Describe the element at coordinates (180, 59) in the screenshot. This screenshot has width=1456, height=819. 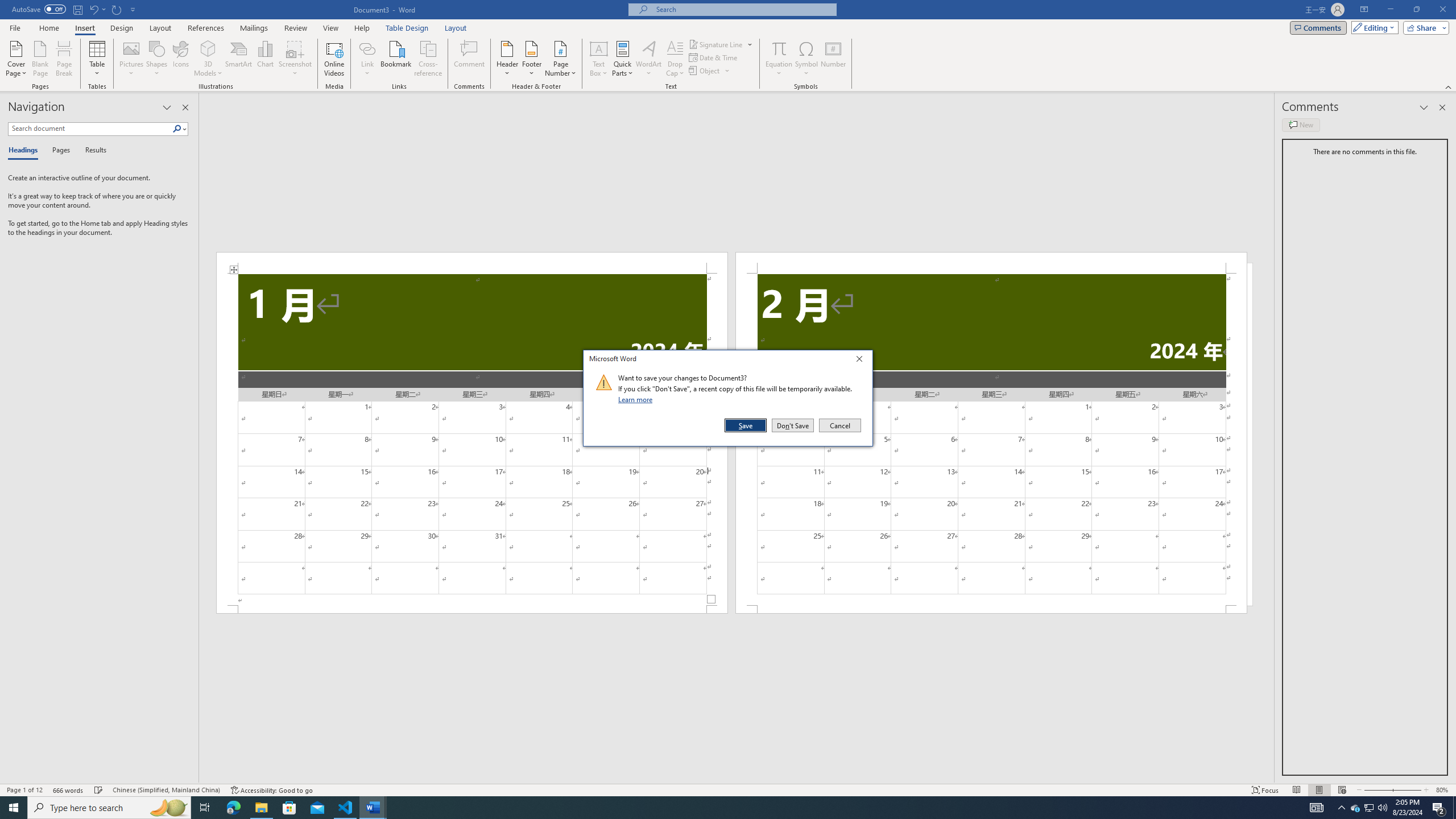
I see `'Icons'` at that location.